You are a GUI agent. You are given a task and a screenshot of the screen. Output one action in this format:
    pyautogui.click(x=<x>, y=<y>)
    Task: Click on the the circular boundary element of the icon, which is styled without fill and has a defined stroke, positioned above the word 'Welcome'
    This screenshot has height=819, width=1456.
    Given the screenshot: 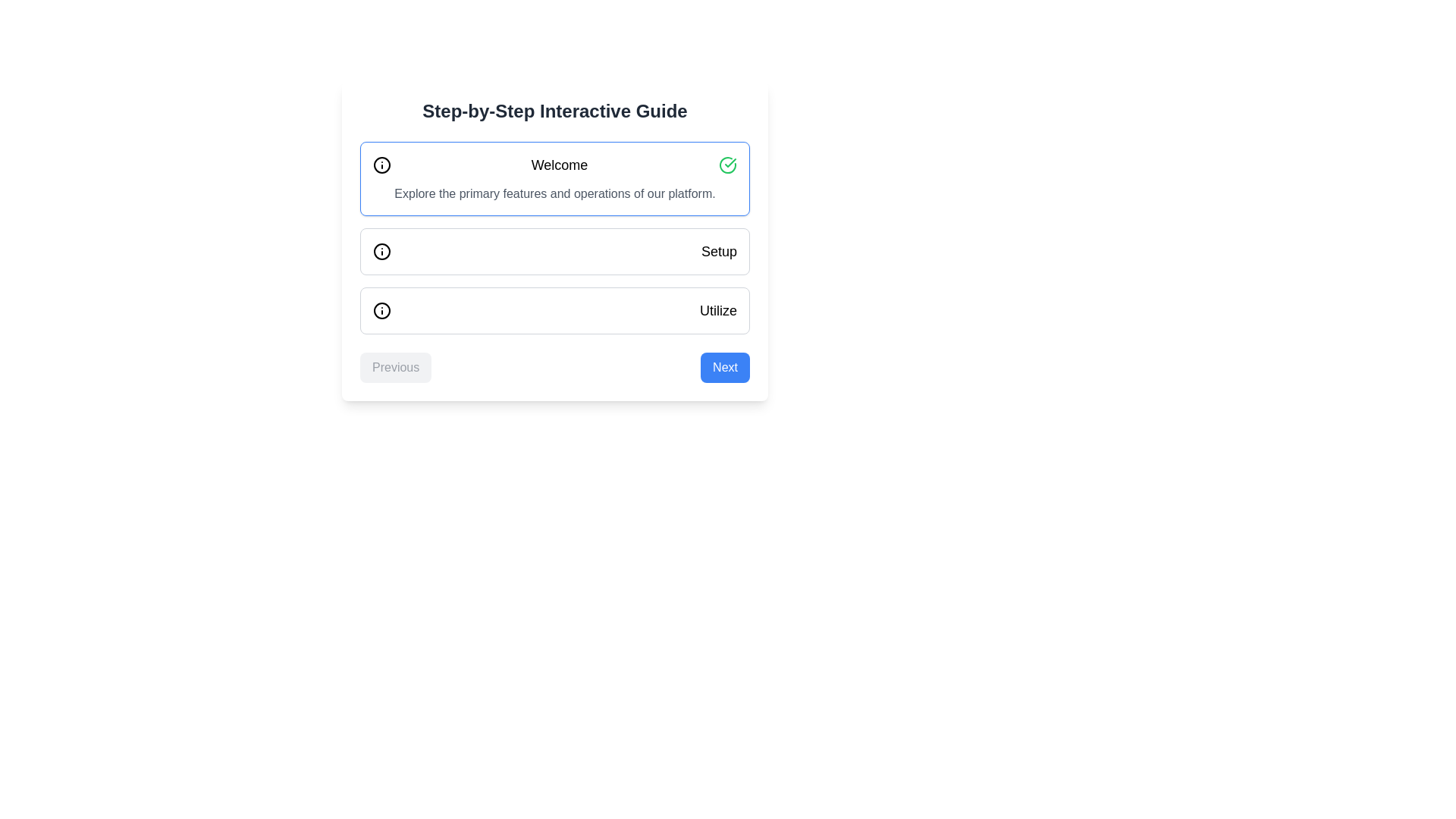 What is the action you would take?
    pyautogui.click(x=382, y=165)
    